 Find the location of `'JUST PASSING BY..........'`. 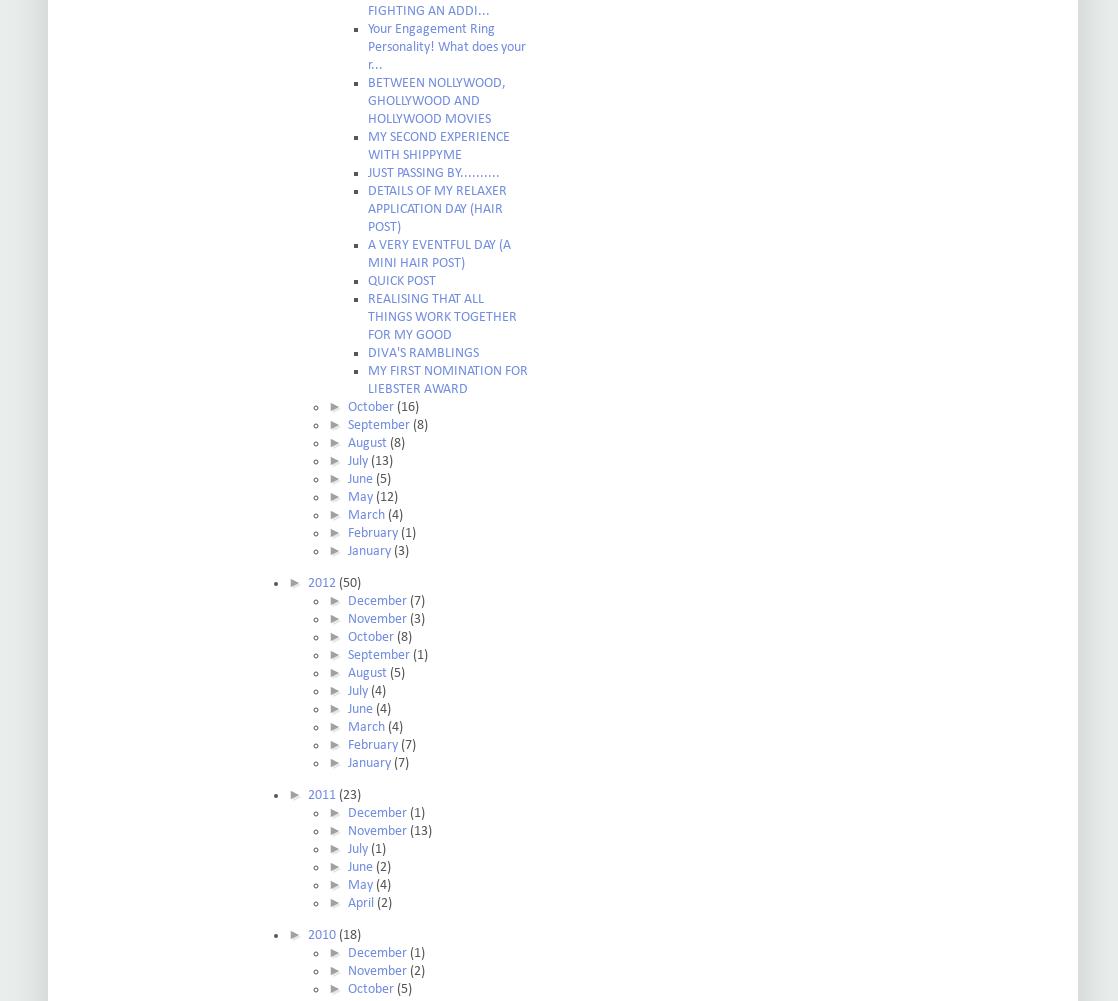

'JUST PASSING BY..........' is located at coordinates (367, 173).